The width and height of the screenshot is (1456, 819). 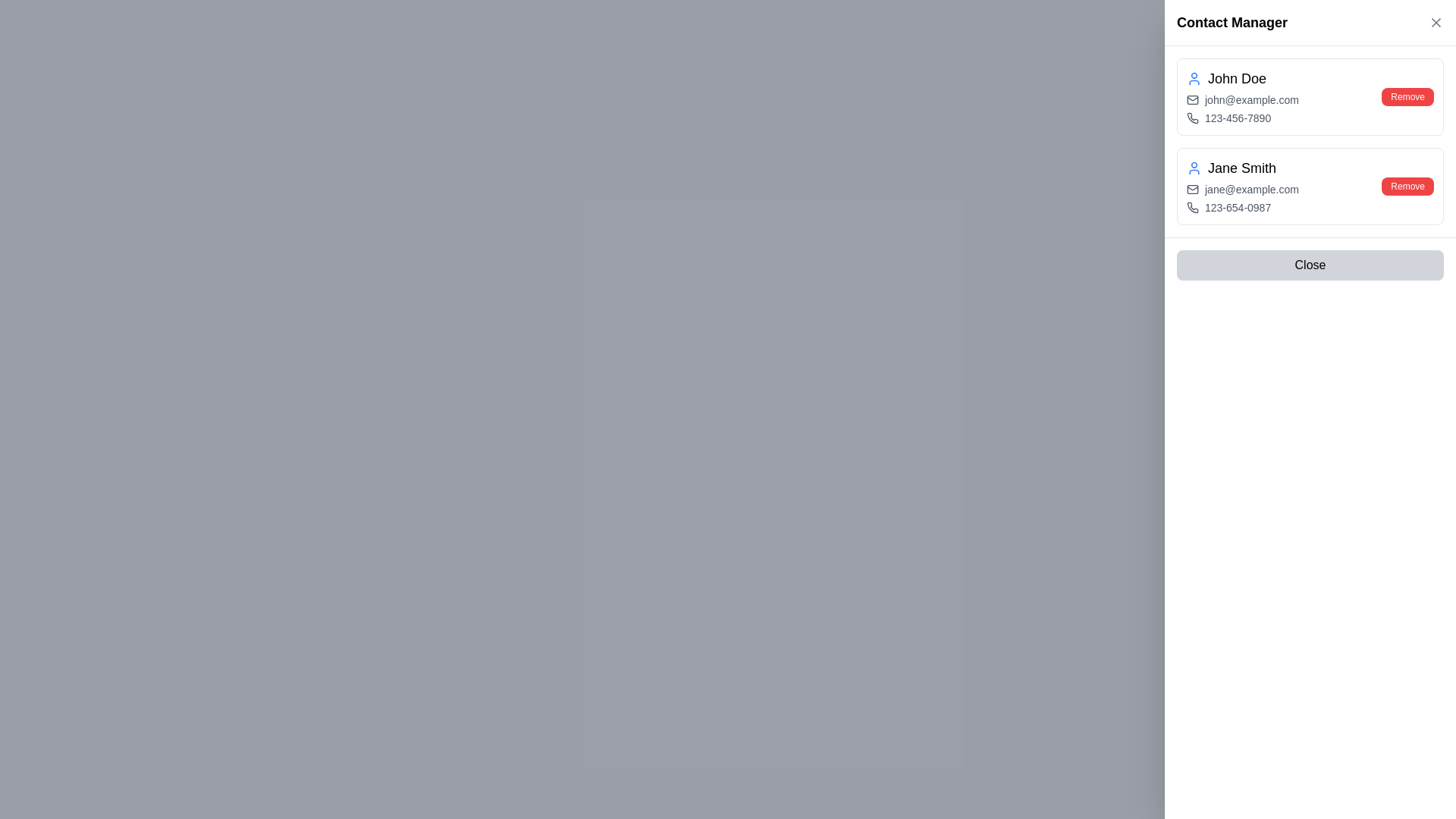 I want to click on the user icon, which is a blue silhouette of a person, located to the left of 'Jane Smith' in the contact list, so click(x=1193, y=168).